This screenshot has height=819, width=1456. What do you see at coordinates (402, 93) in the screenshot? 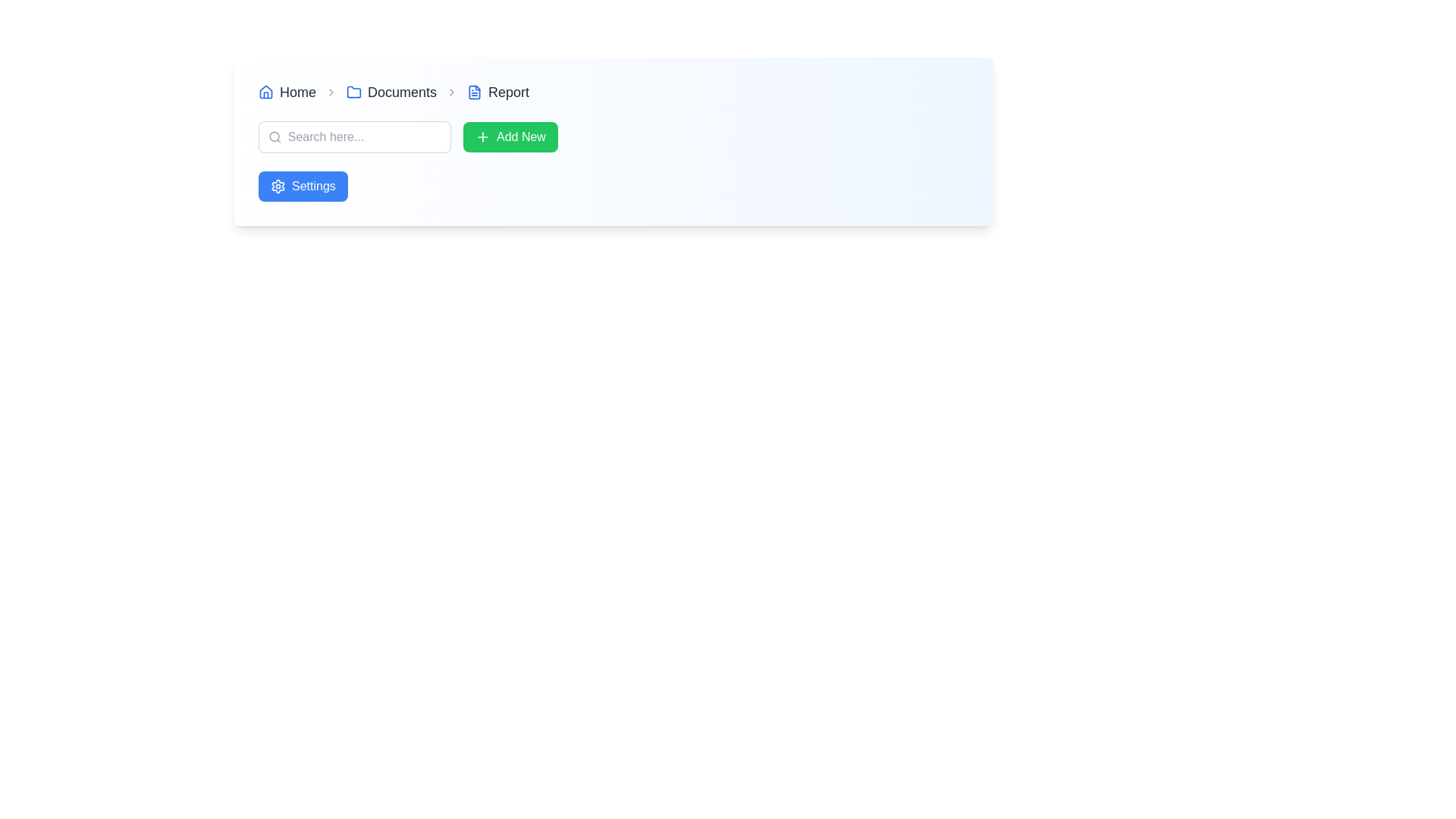
I see `the 'Documents' text label in the breadcrumb navigation trail, positioned between 'Home' and 'Report', with a folder icon to its left` at bounding box center [402, 93].